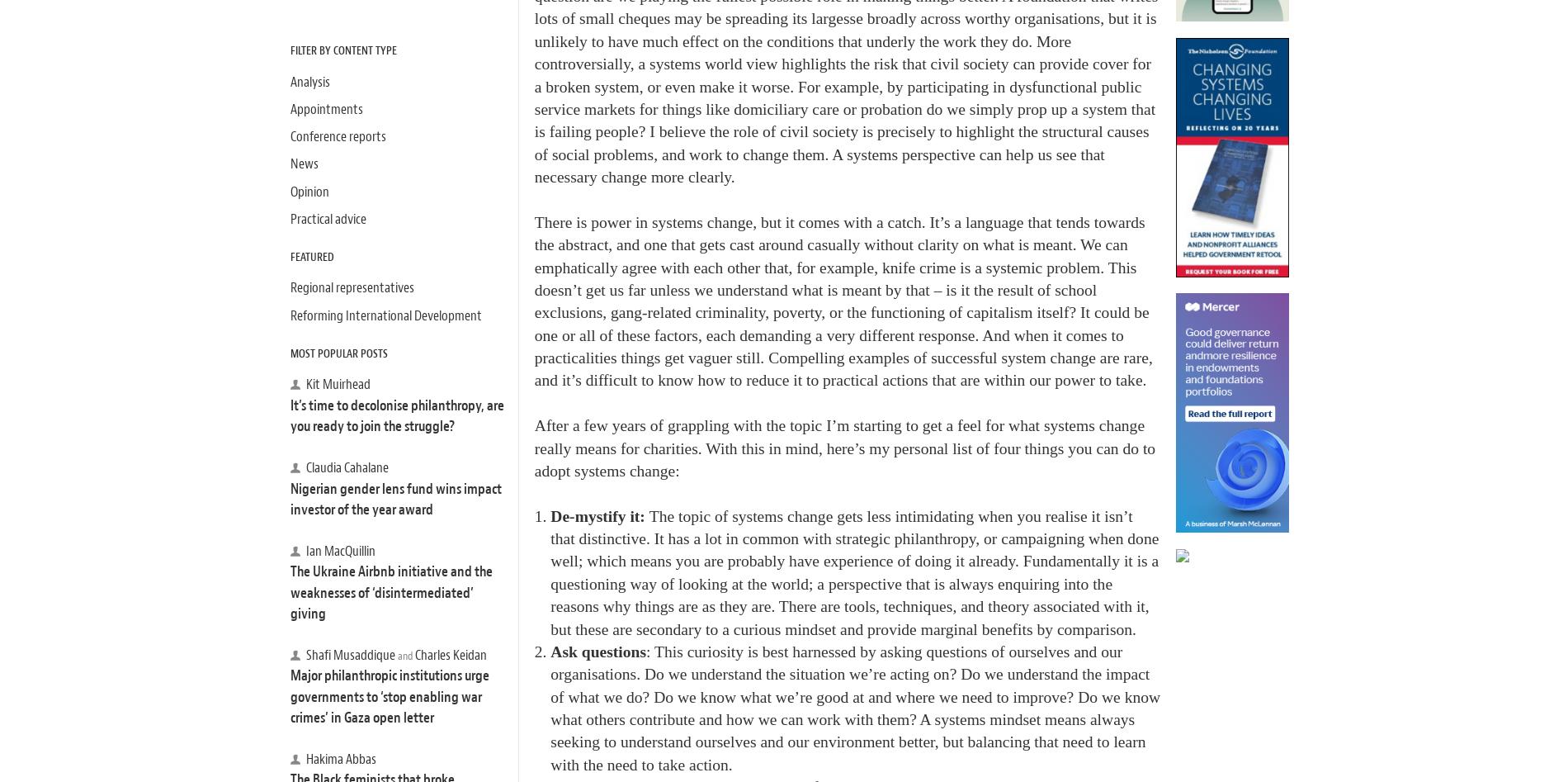  Describe the element at coordinates (337, 384) in the screenshot. I see `'Kit Muirhead'` at that location.